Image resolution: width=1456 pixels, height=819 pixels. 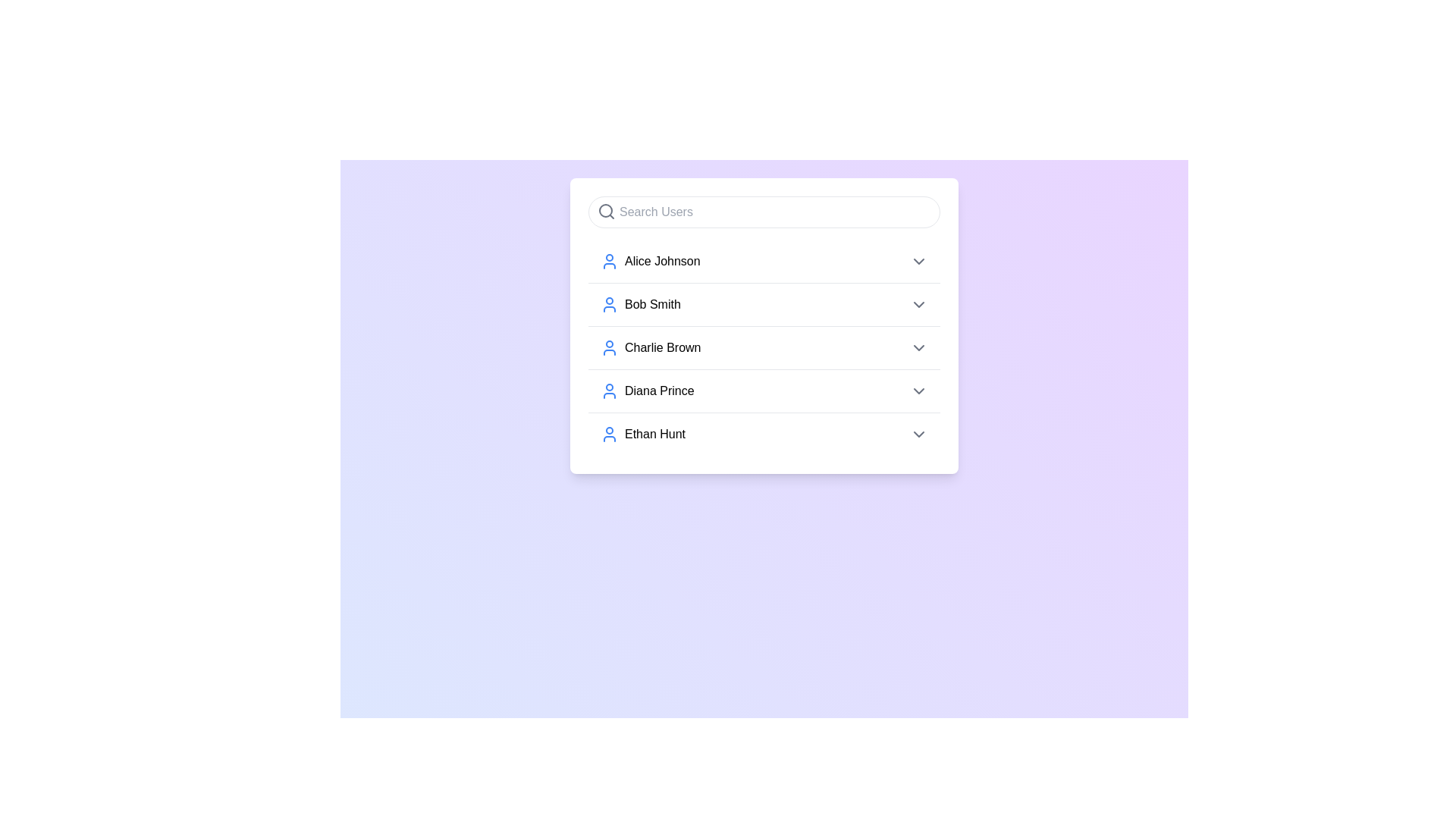 What do you see at coordinates (650, 260) in the screenshot?
I see `on the user selection item for 'Alice Johnson' in the dropdown menu` at bounding box center [650, 260].